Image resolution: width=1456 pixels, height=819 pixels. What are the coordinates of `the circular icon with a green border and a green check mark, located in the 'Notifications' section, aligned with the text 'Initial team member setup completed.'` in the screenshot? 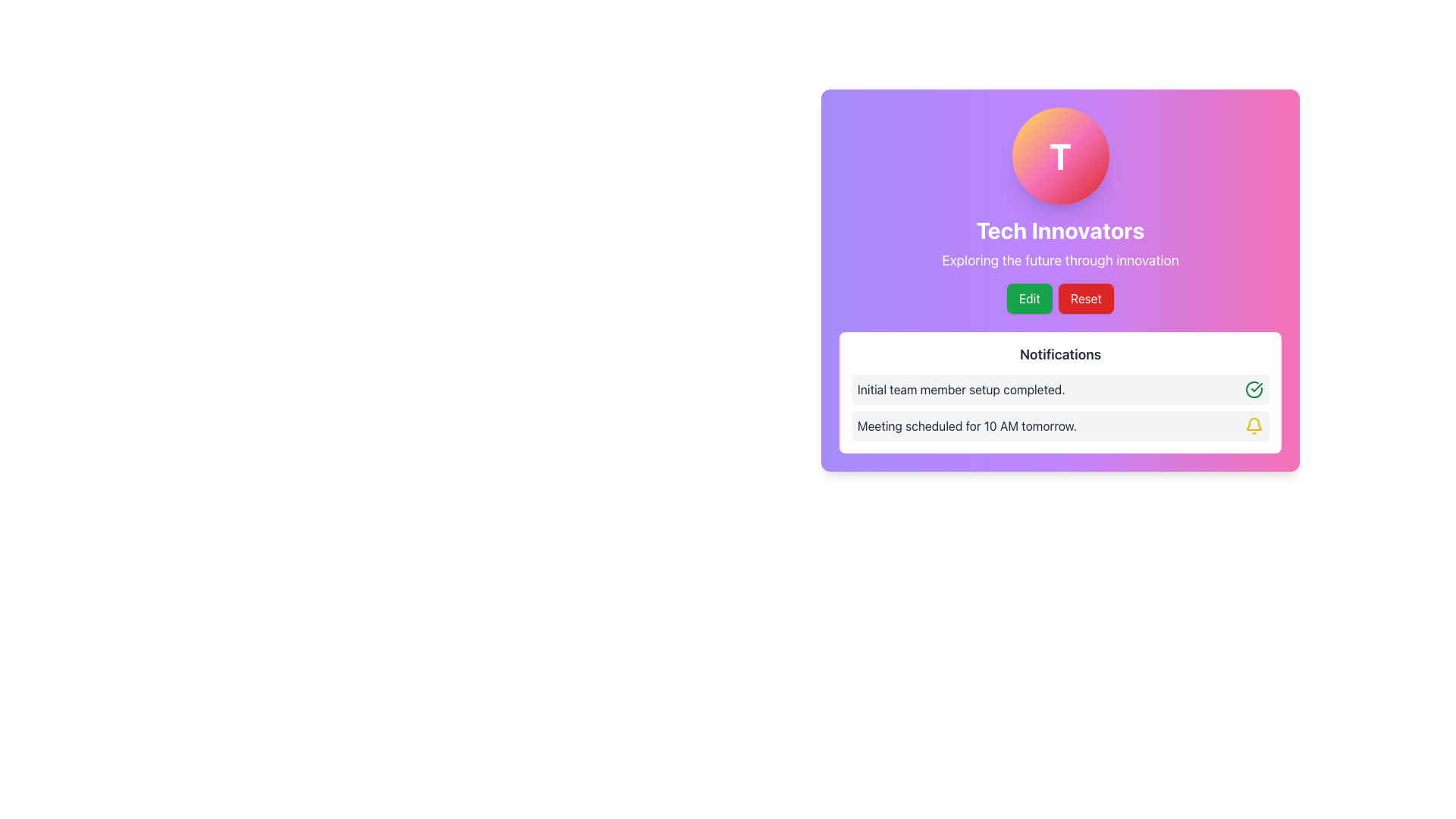 It's located at (1254, 388).